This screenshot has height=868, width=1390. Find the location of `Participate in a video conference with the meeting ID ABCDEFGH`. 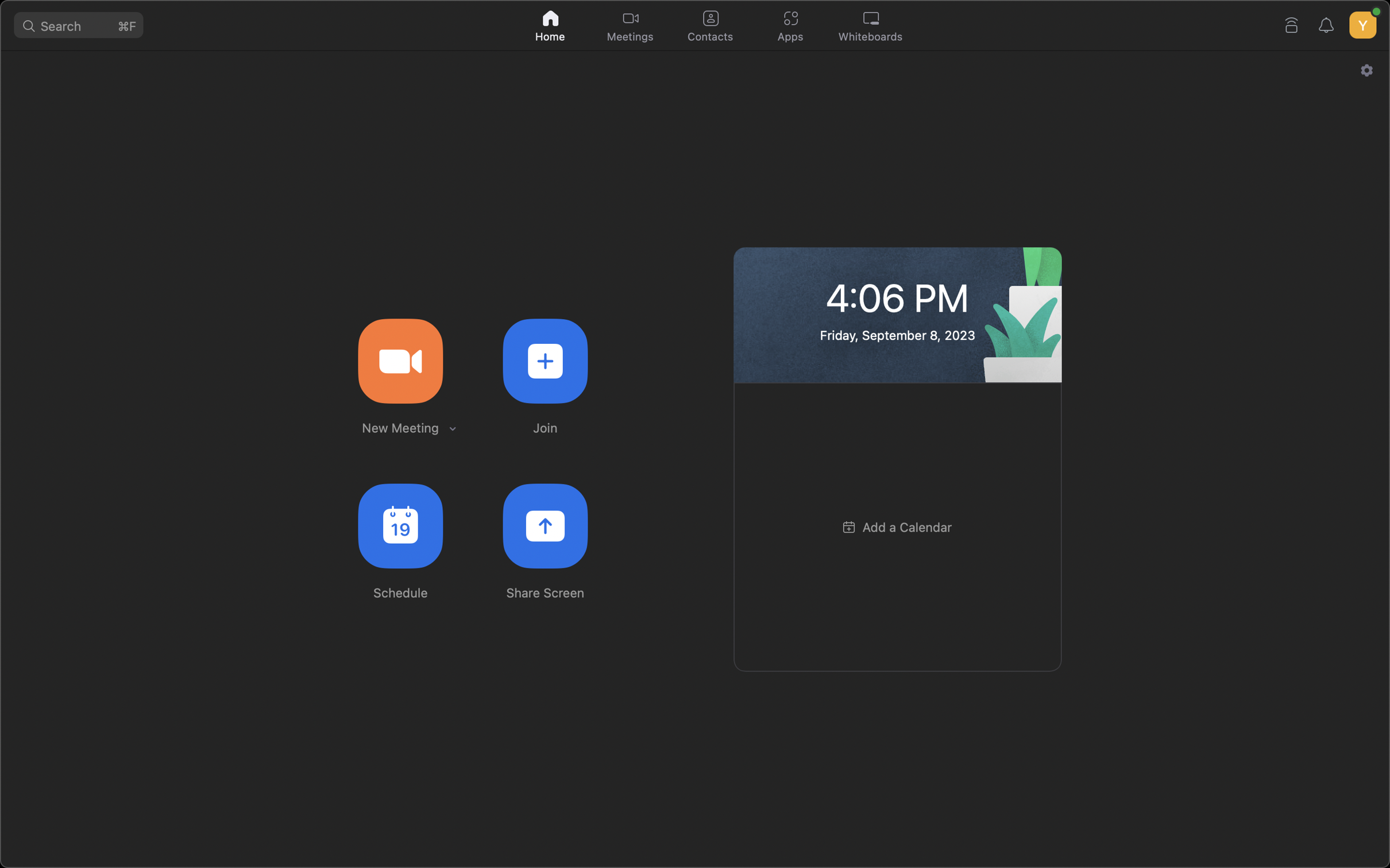

Participate in a video conference with the meeting ID ABCDEFGH is located at coordinates (545, 359).